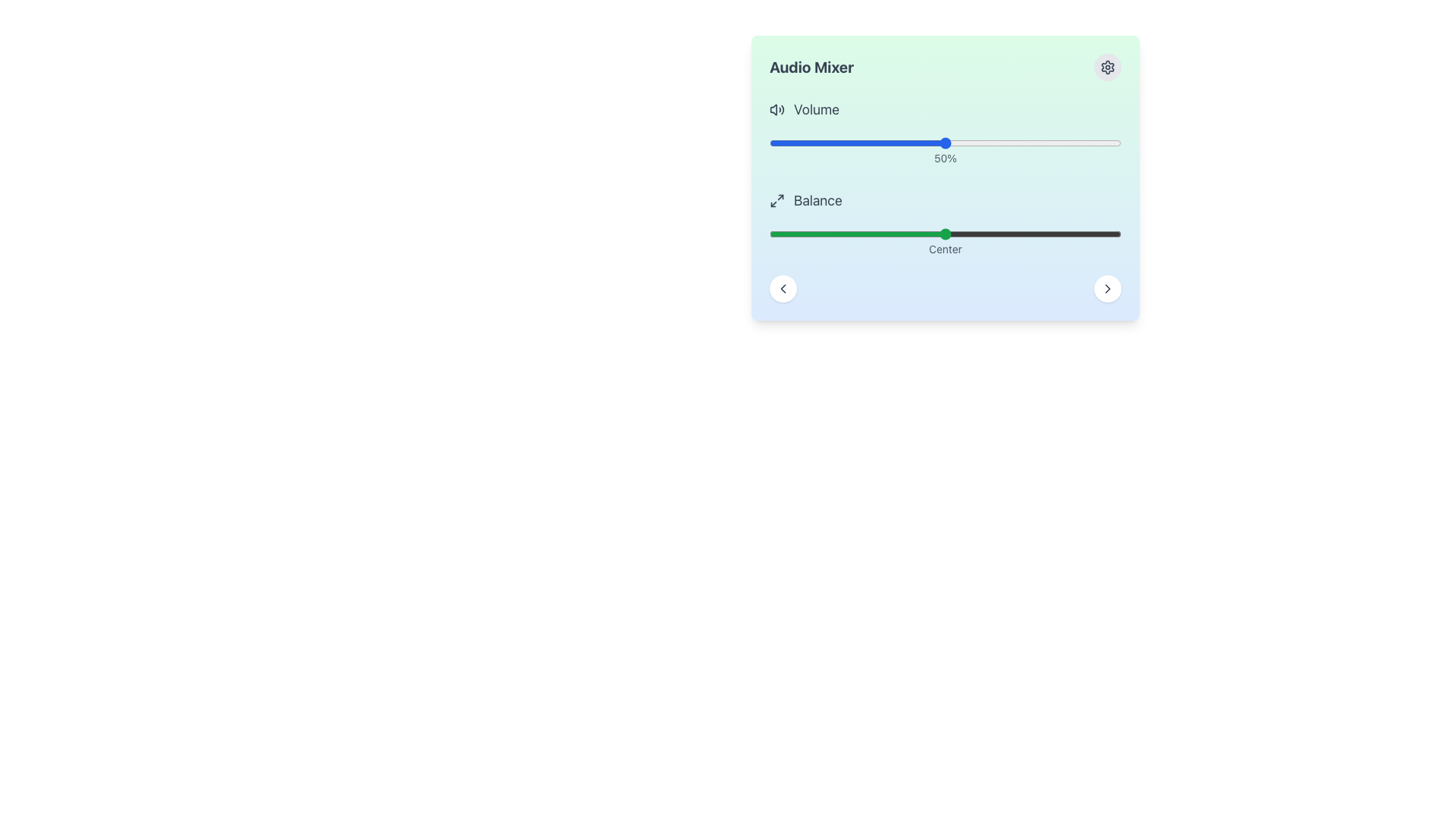 Image resolution: width=1456 pixels, height=819 pixels. I want to click on balance, so click(850, 234).